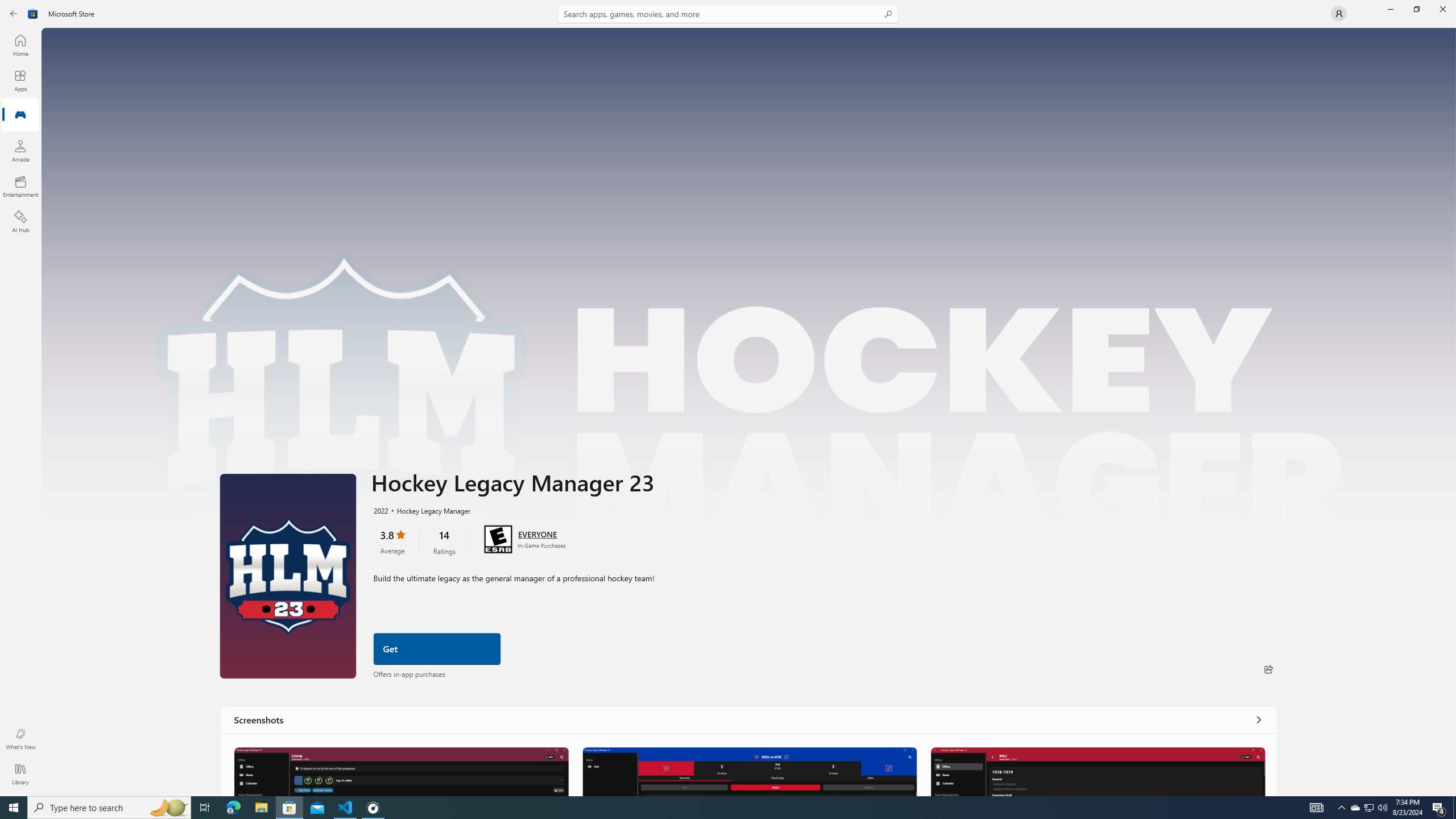 The width and height of the screenshot is (1456, 819). I want to click on 'What', so click(19, 738).